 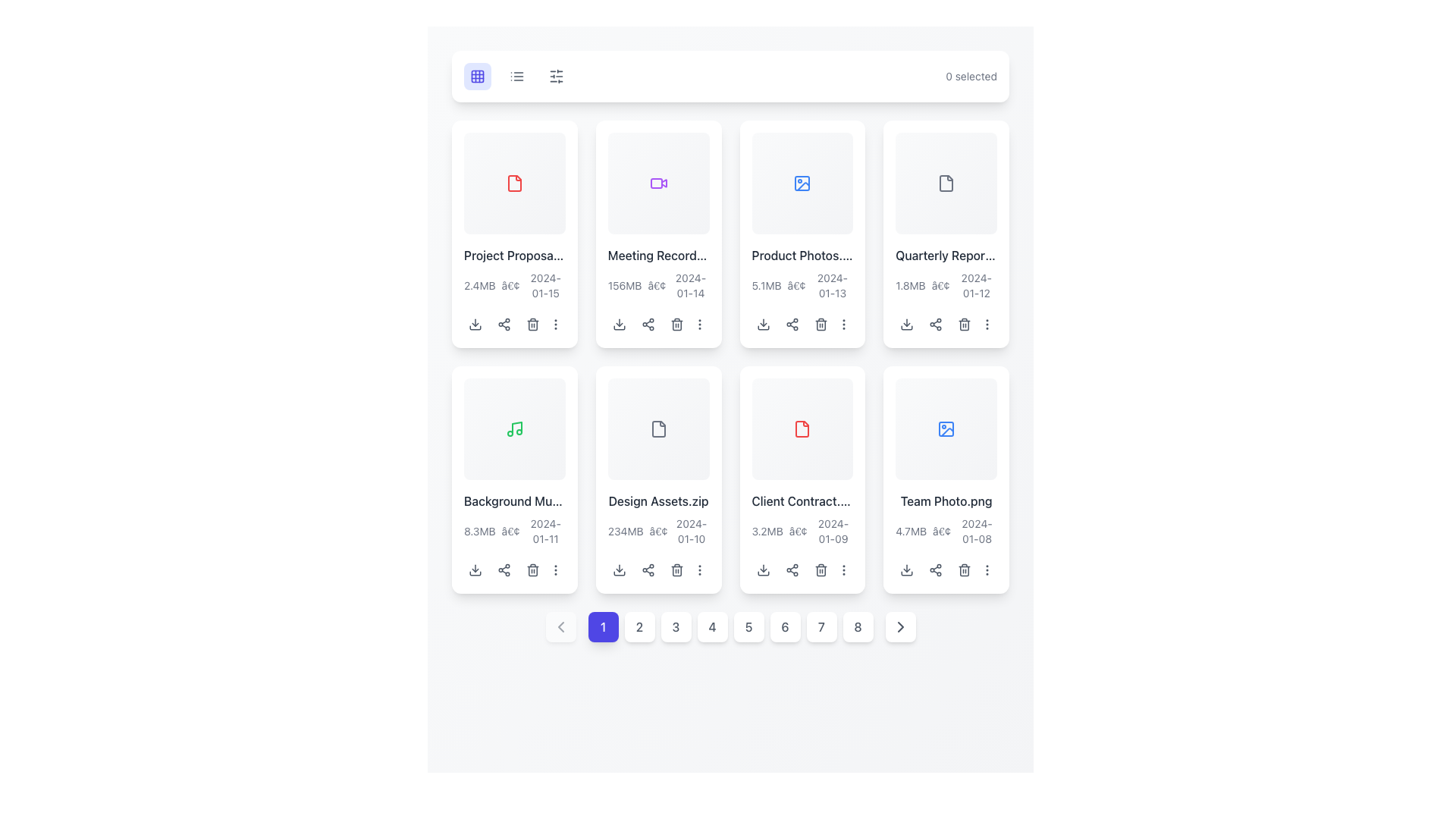 I want to click on the action bar located at the bottom of the 'Team Photo.png' card, so click(x=946, y=570).